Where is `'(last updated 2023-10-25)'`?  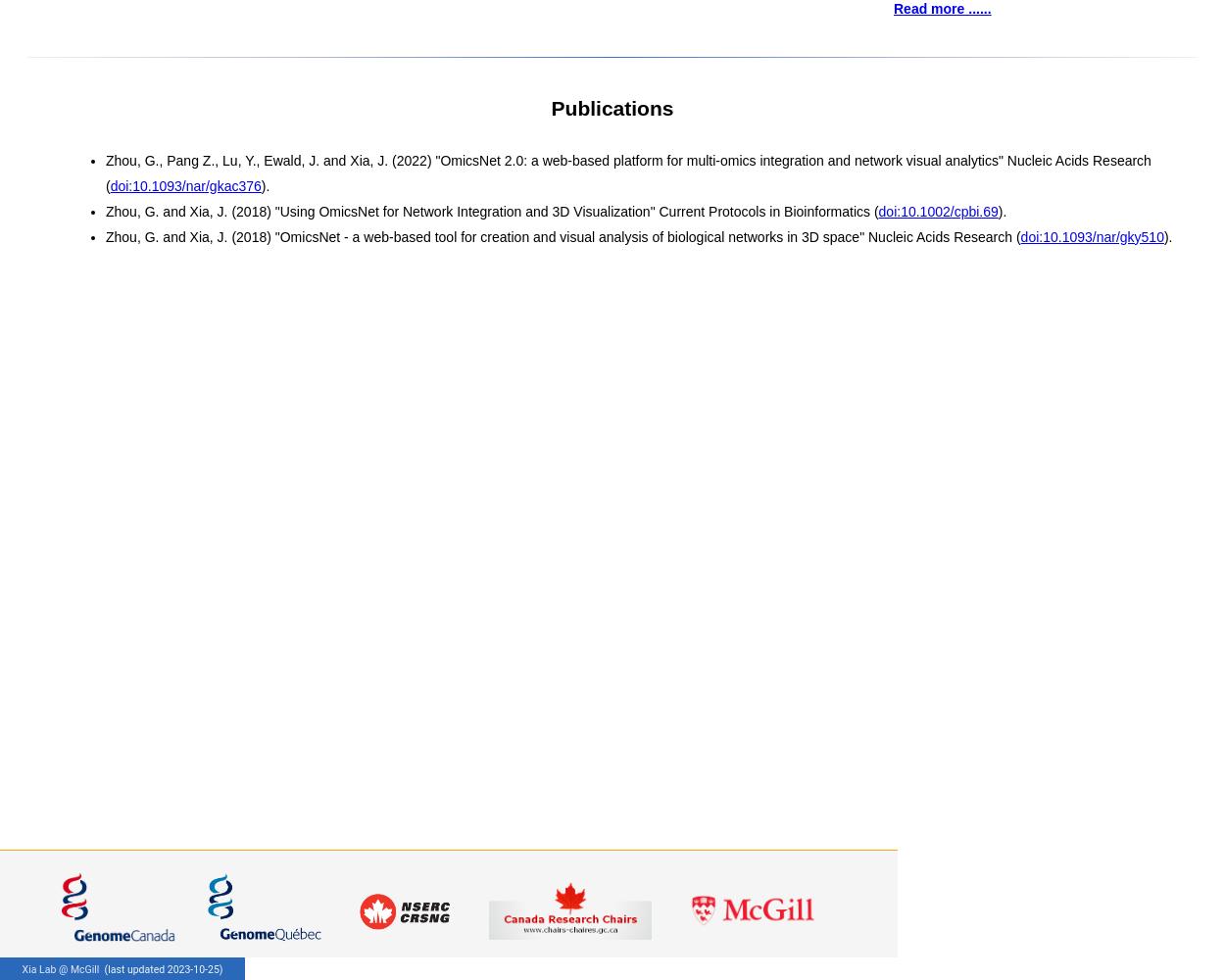
'(last updated 2023-10-25)' is located at coordinates (162, 968).